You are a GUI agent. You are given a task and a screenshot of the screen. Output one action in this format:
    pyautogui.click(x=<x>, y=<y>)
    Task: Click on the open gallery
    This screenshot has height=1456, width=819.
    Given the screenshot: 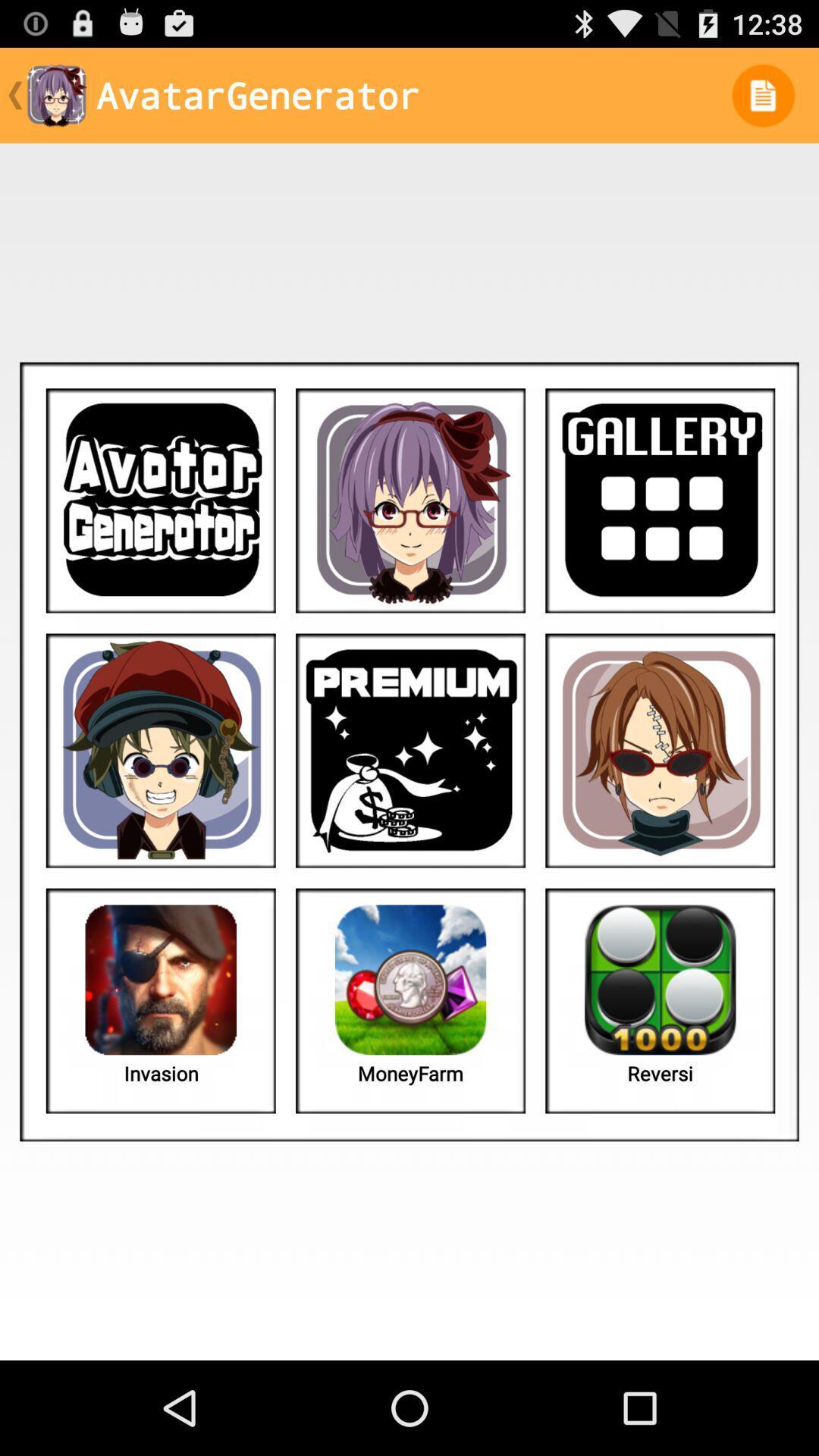 What is the action you would take?
    pyautogui.click(x=659, y=500)
    